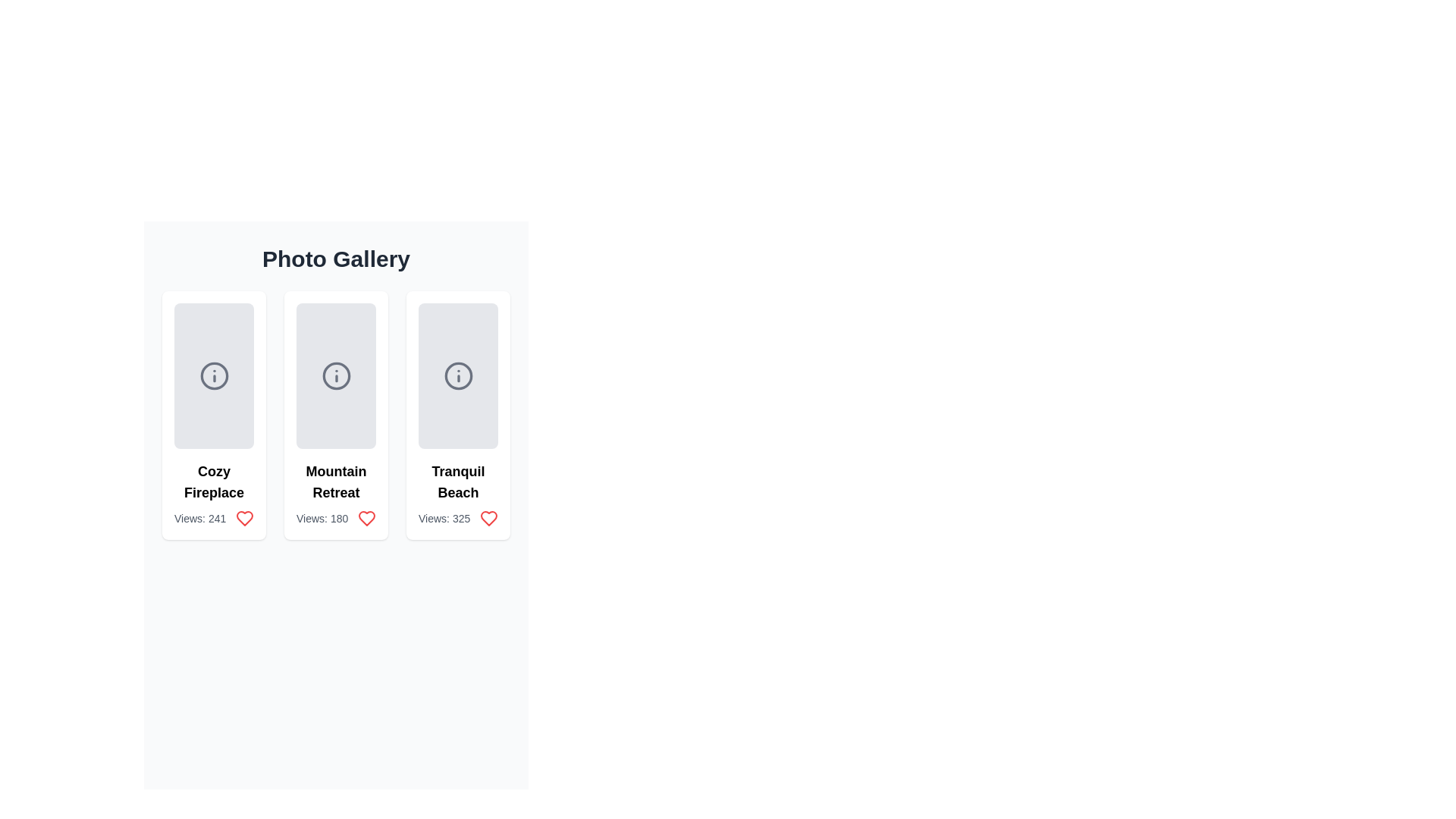 The image size is (1456, 819). What do you see at coordinates (335, 259) in the screenshot?
I see `the 'Photo Gallery' header text to visualize the section's purpose` at bounding box center [335, 259].